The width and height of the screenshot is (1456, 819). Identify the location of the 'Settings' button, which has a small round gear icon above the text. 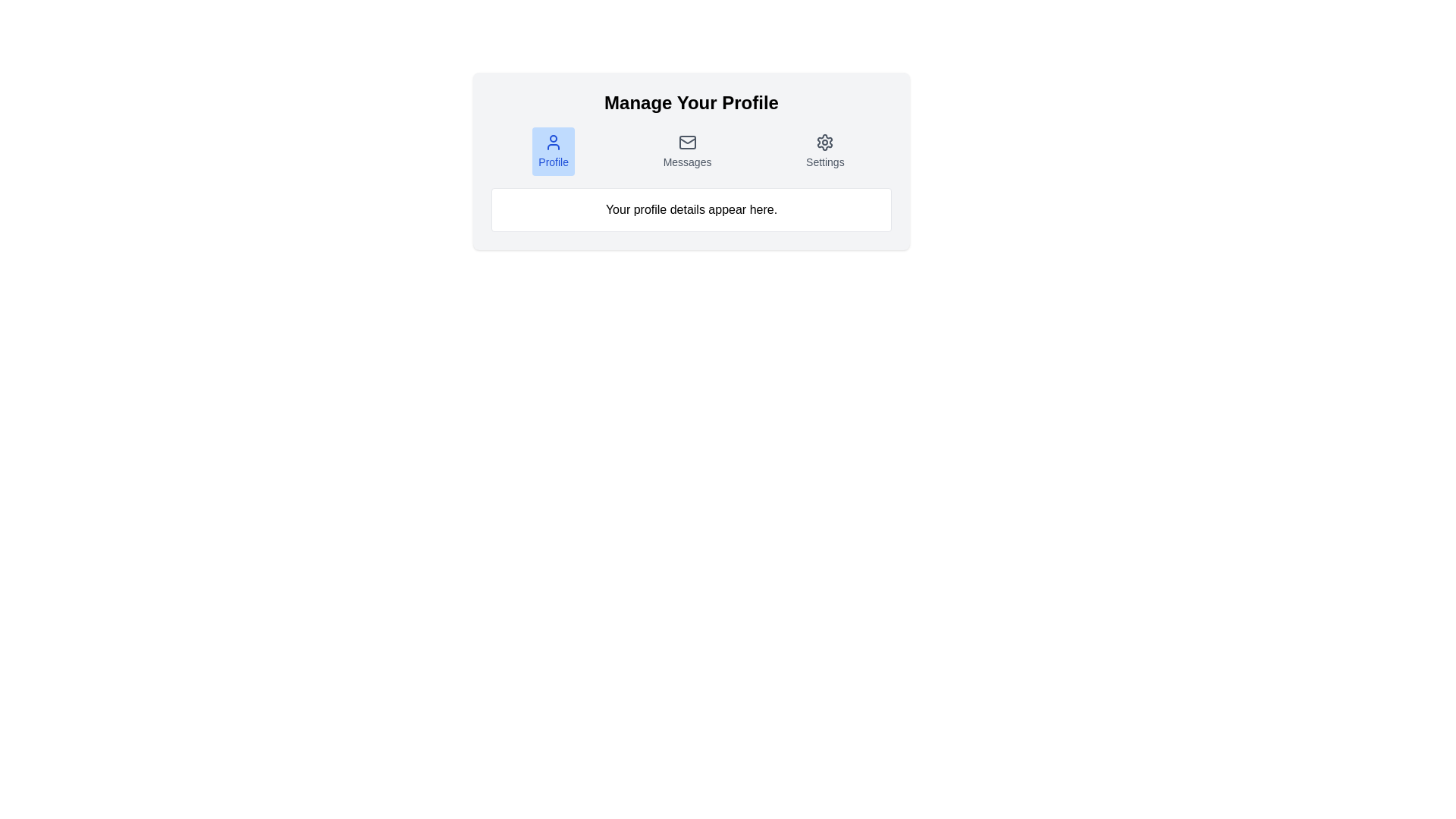
(824, 152).